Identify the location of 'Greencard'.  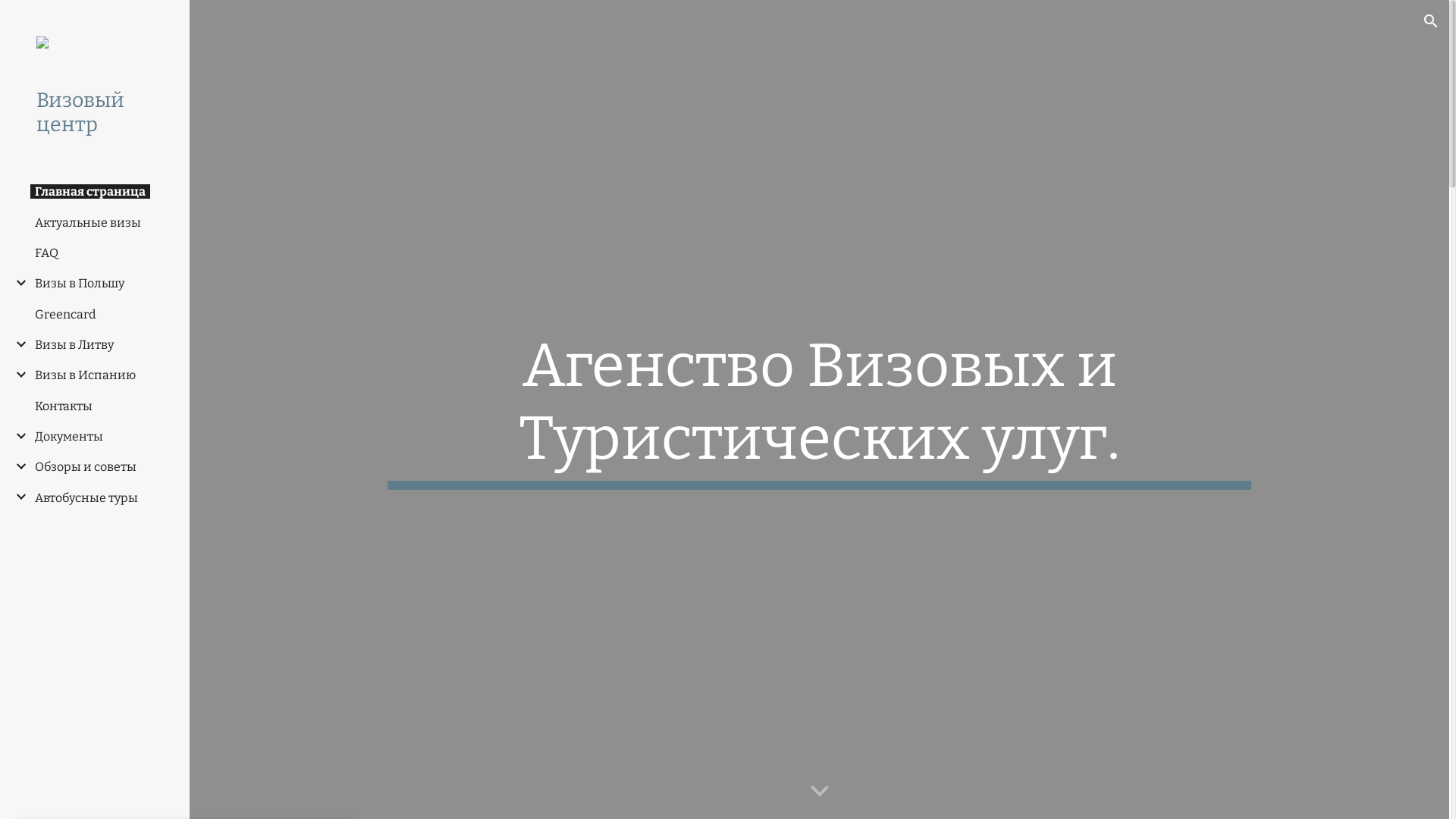
(64, 313).